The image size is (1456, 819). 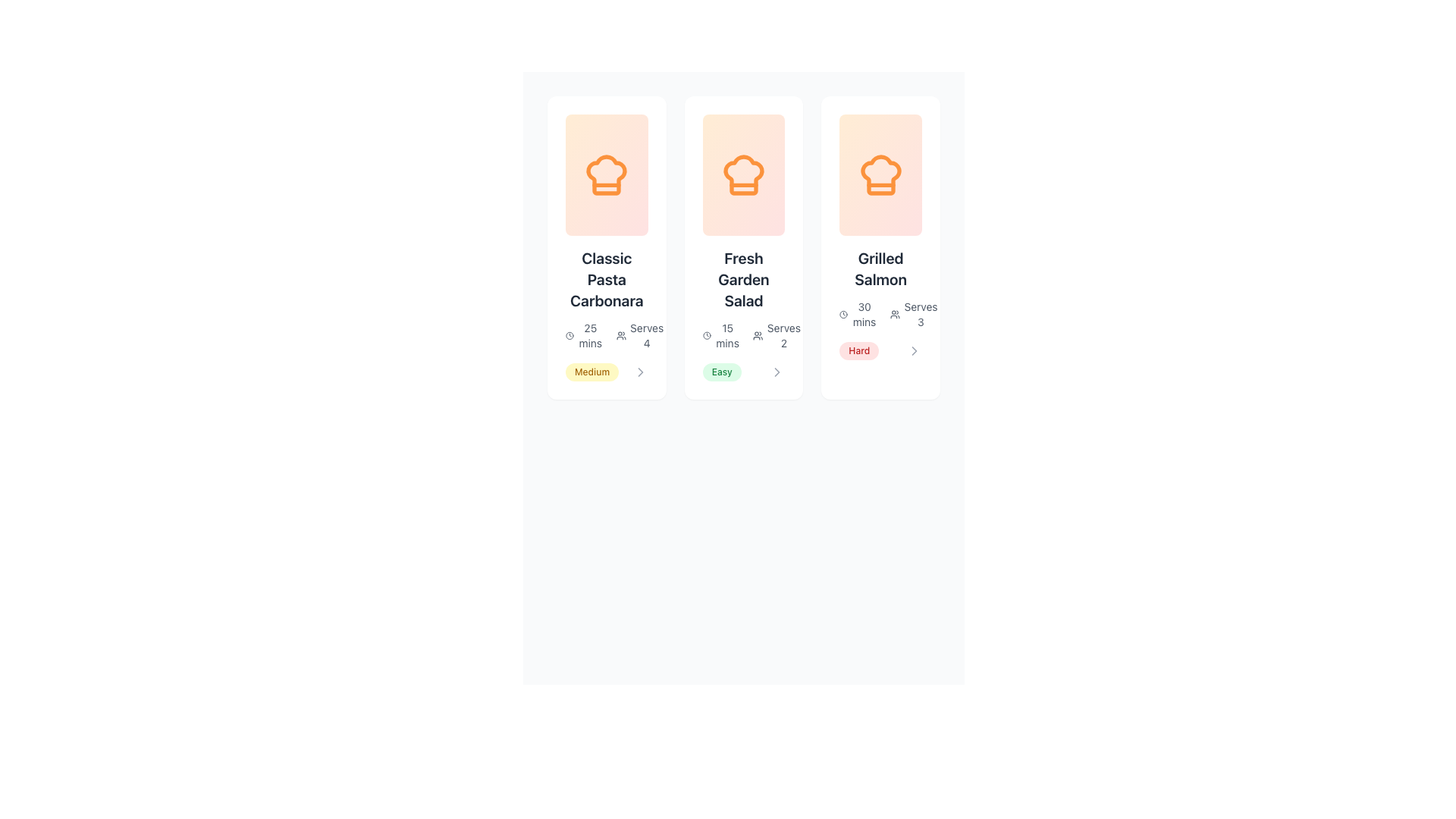 I want to click on the Chevron icon located in the bottom-right of the 'Grilled Salmon' card, adjacent to the 'Hard' difficulty badge, so click(x=913, y=350).